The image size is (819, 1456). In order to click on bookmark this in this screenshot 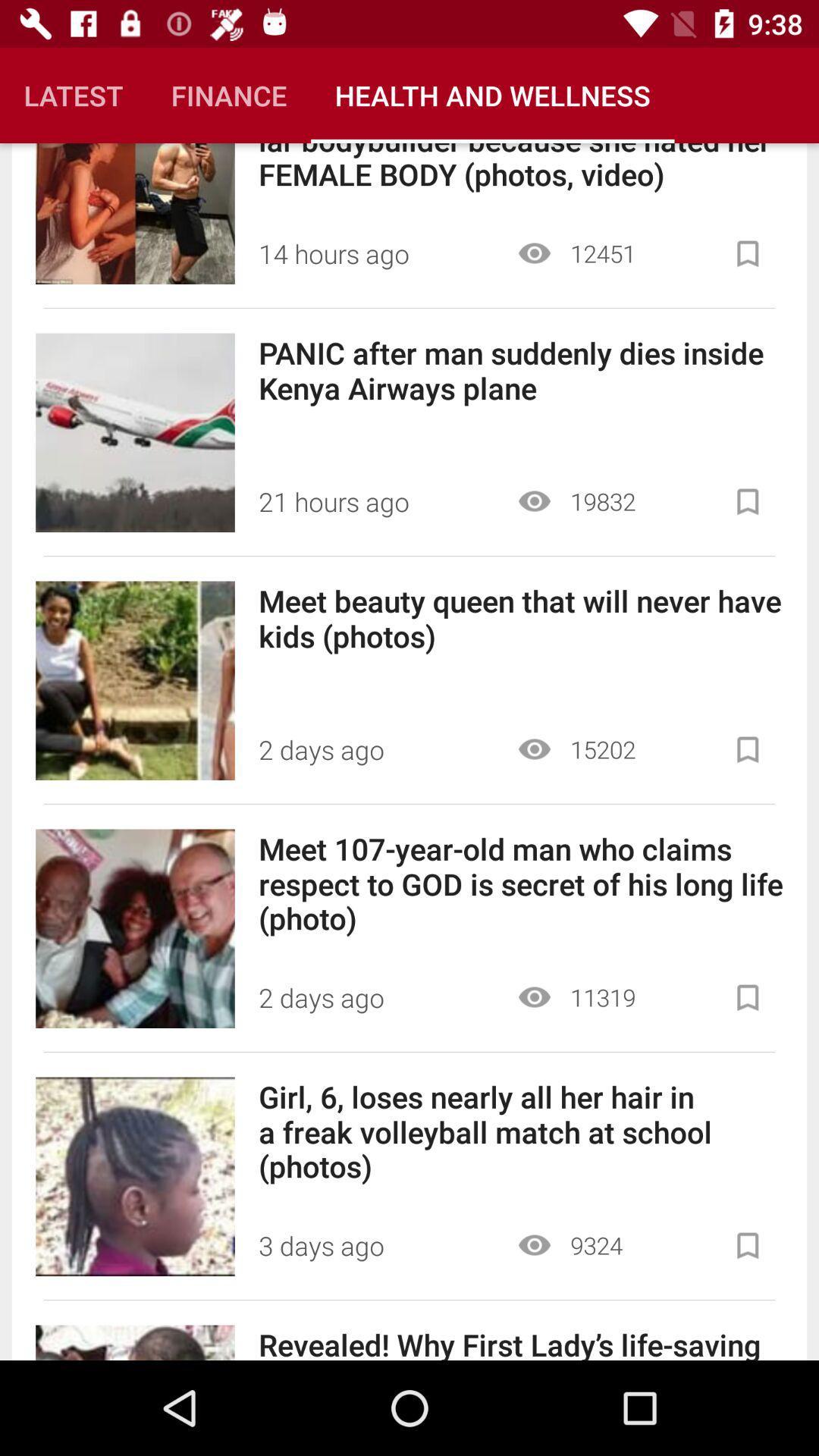, I will do `click(747, 997)`.